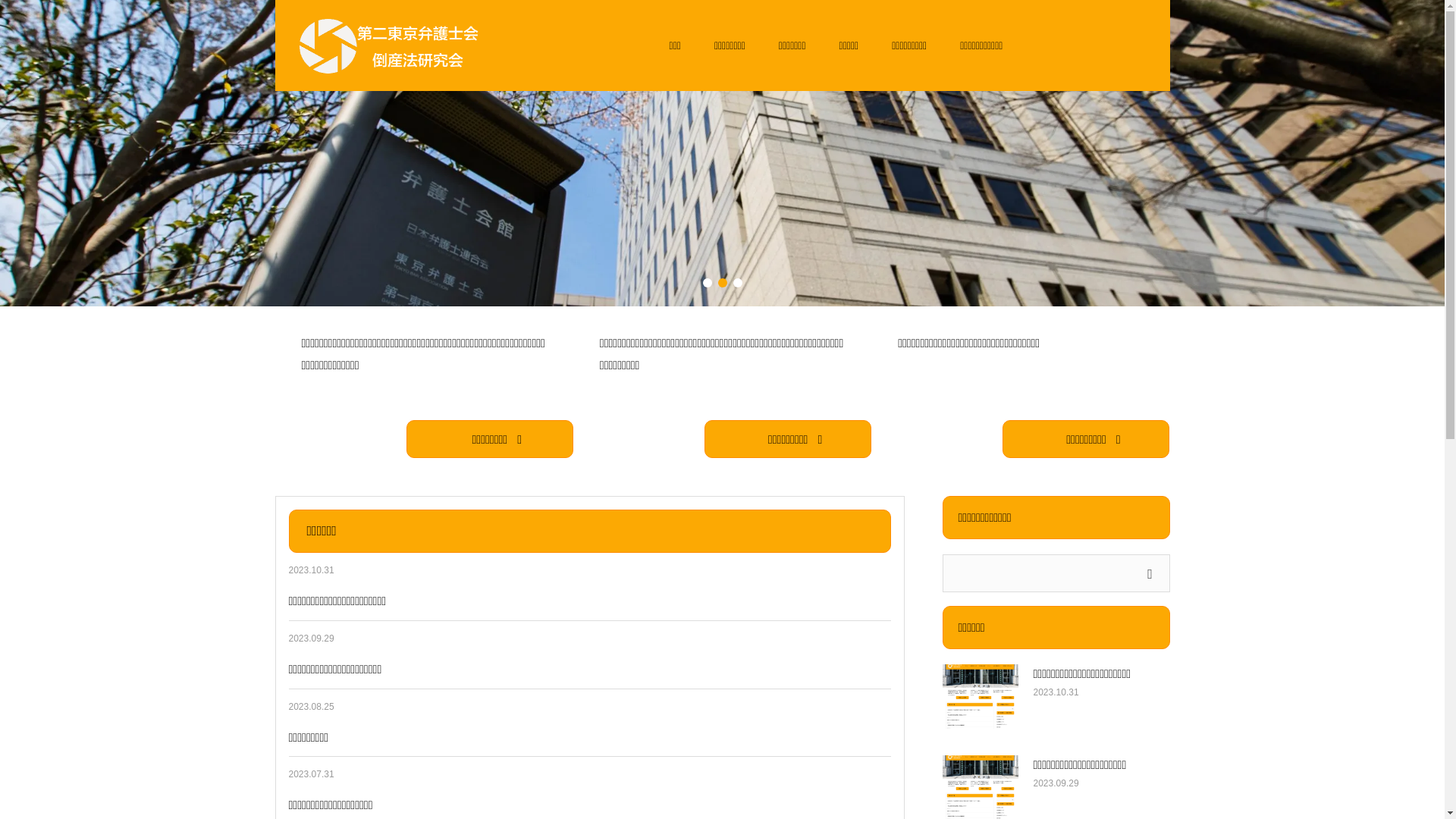 This screenshot has width=1456, height=819. What do you see at coordinates (732, 283) in the screenshot?
I see `'3'` at bounding box center [732, 283].